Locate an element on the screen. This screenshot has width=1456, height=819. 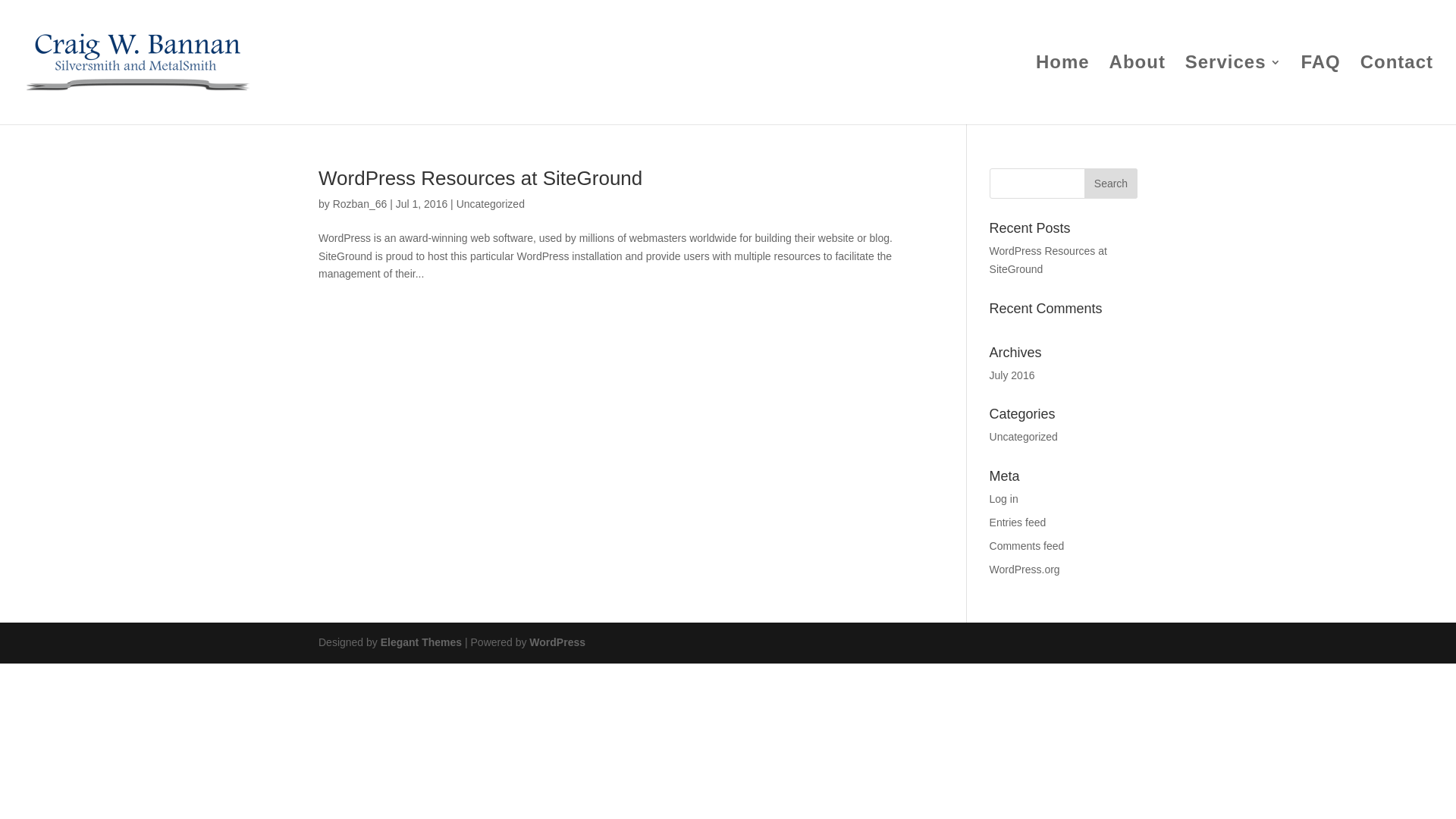
'WordPress Resources at SiteGround' is located at coordinates (1047, 259).